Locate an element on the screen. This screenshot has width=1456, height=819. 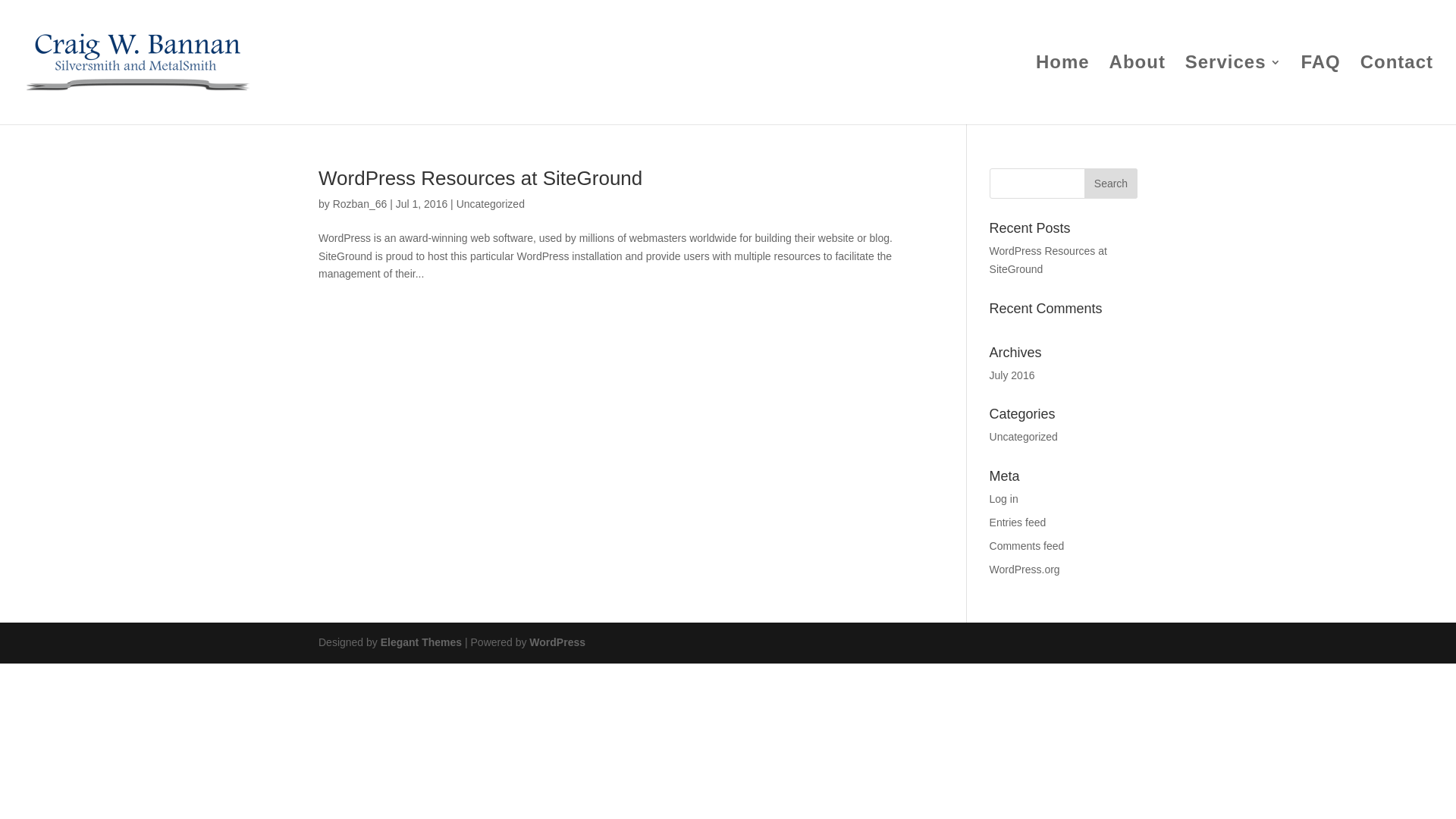
'WordPress Resources at SiteGround' is located at coordinates (1047, 259).